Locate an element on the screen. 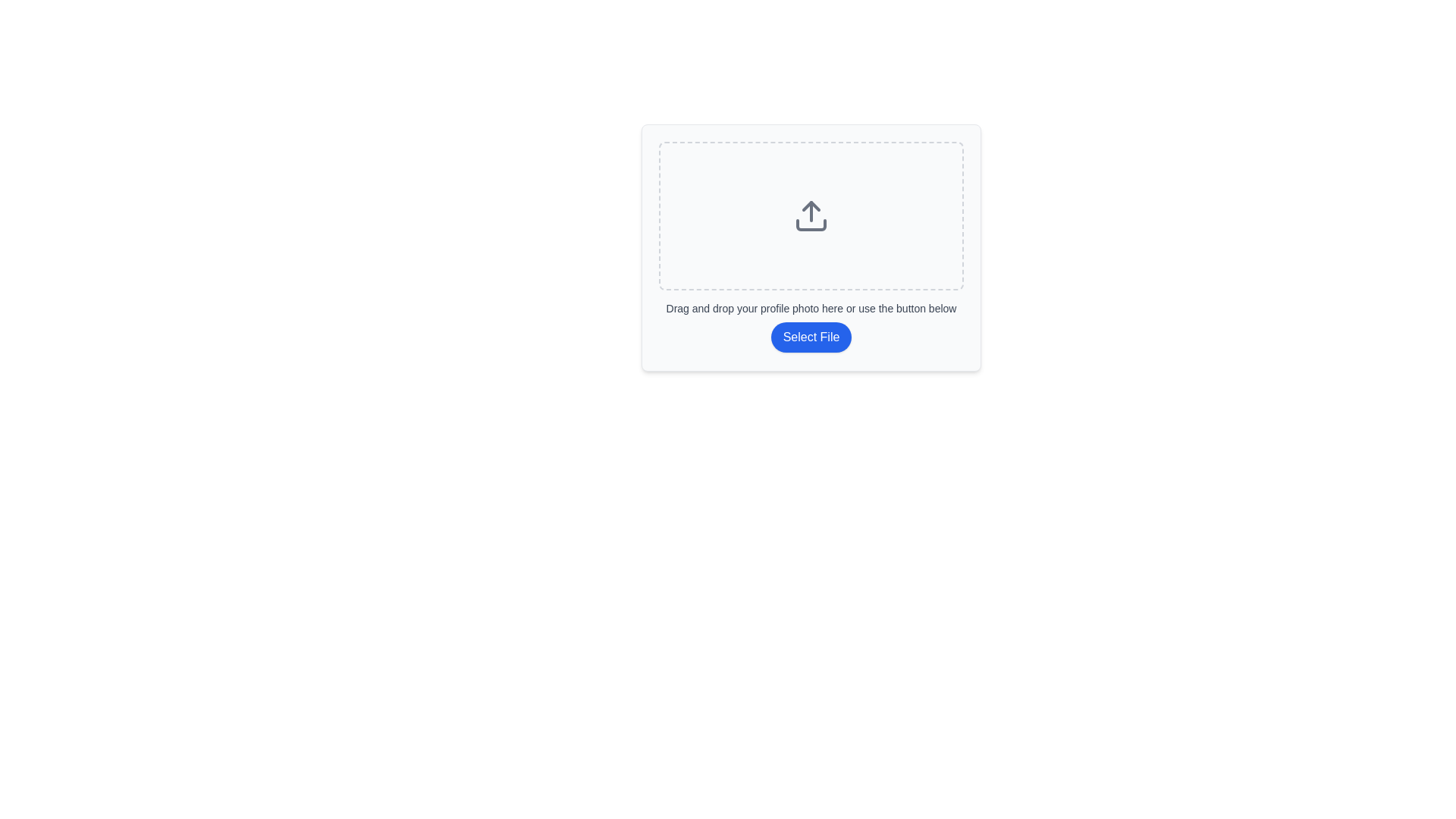 Image resolution: width=1456 pixels, height=819 pixels. the centered text message that provides instructions about the drag-and-drop functionality for uploading a profile photo, located beneath the large upload icon and above the 'Select File' button is located at coordinates (811, 308).